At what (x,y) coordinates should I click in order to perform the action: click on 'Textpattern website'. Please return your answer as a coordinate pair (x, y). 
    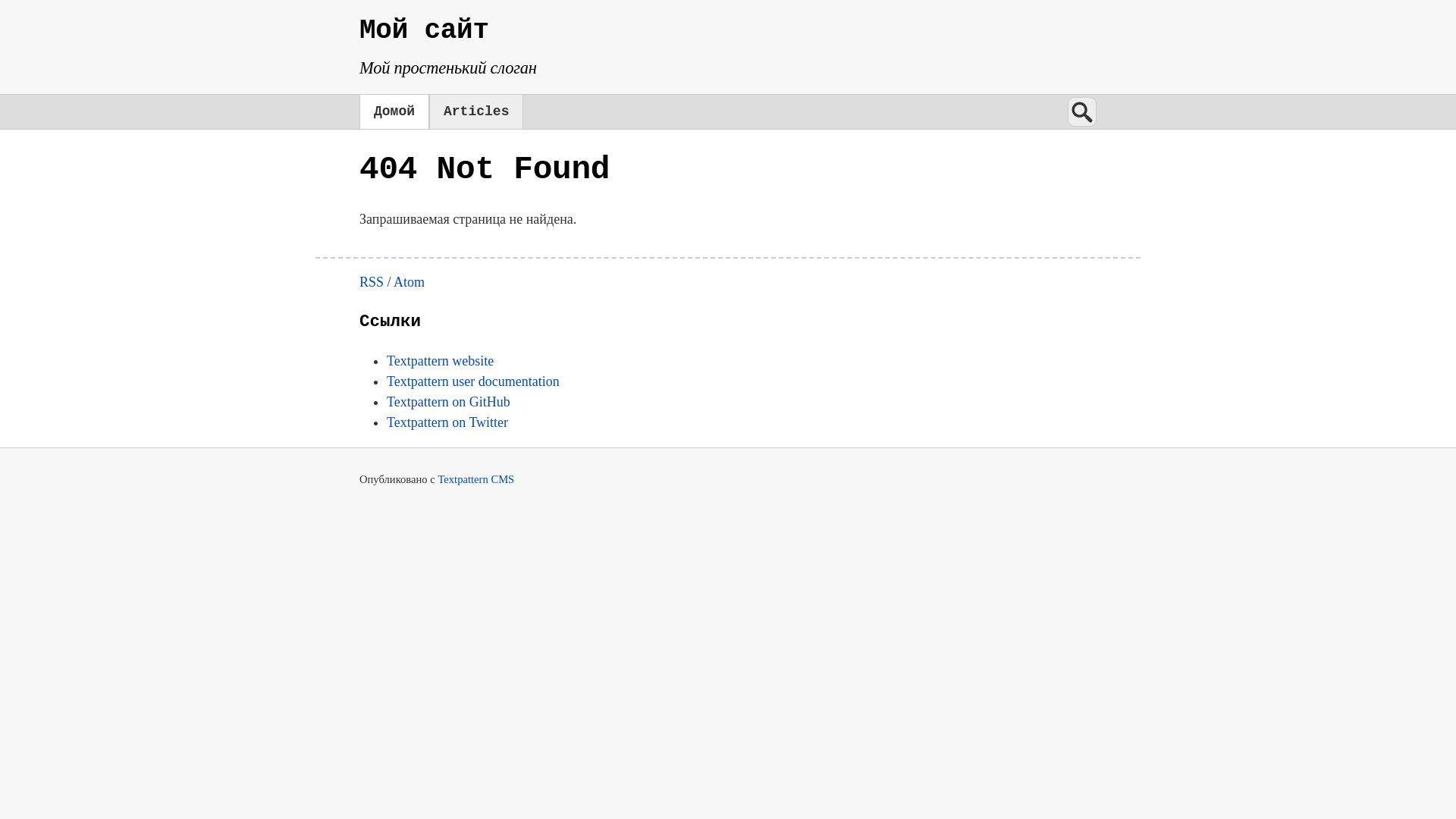
    Looking at the image, I should click on (439, 360).